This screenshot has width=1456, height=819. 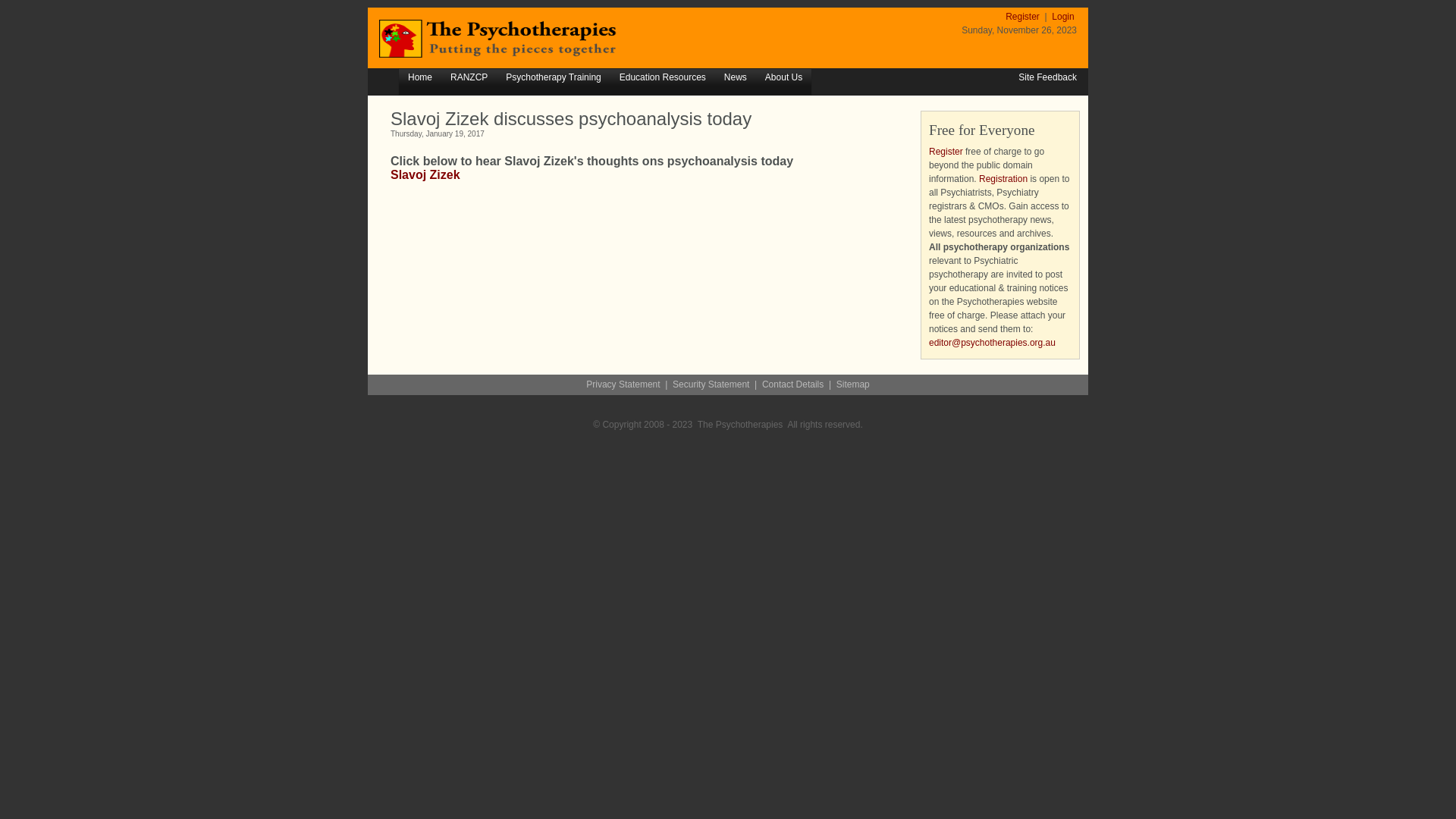 I want to click on 'Sitemap', so click(x=852, y=383).